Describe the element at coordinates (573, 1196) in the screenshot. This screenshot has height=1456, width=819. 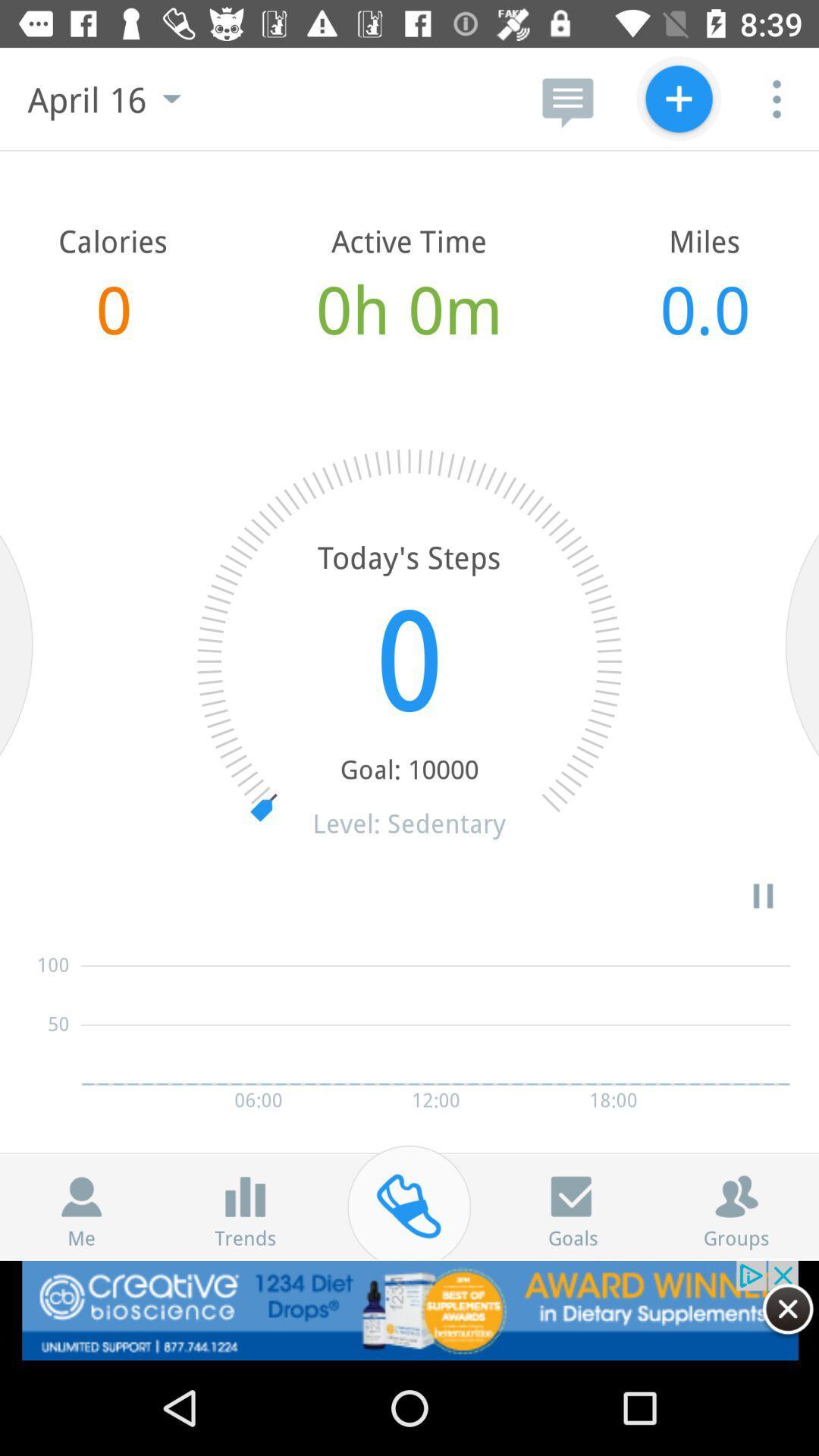
I see `the check icon` at that location.